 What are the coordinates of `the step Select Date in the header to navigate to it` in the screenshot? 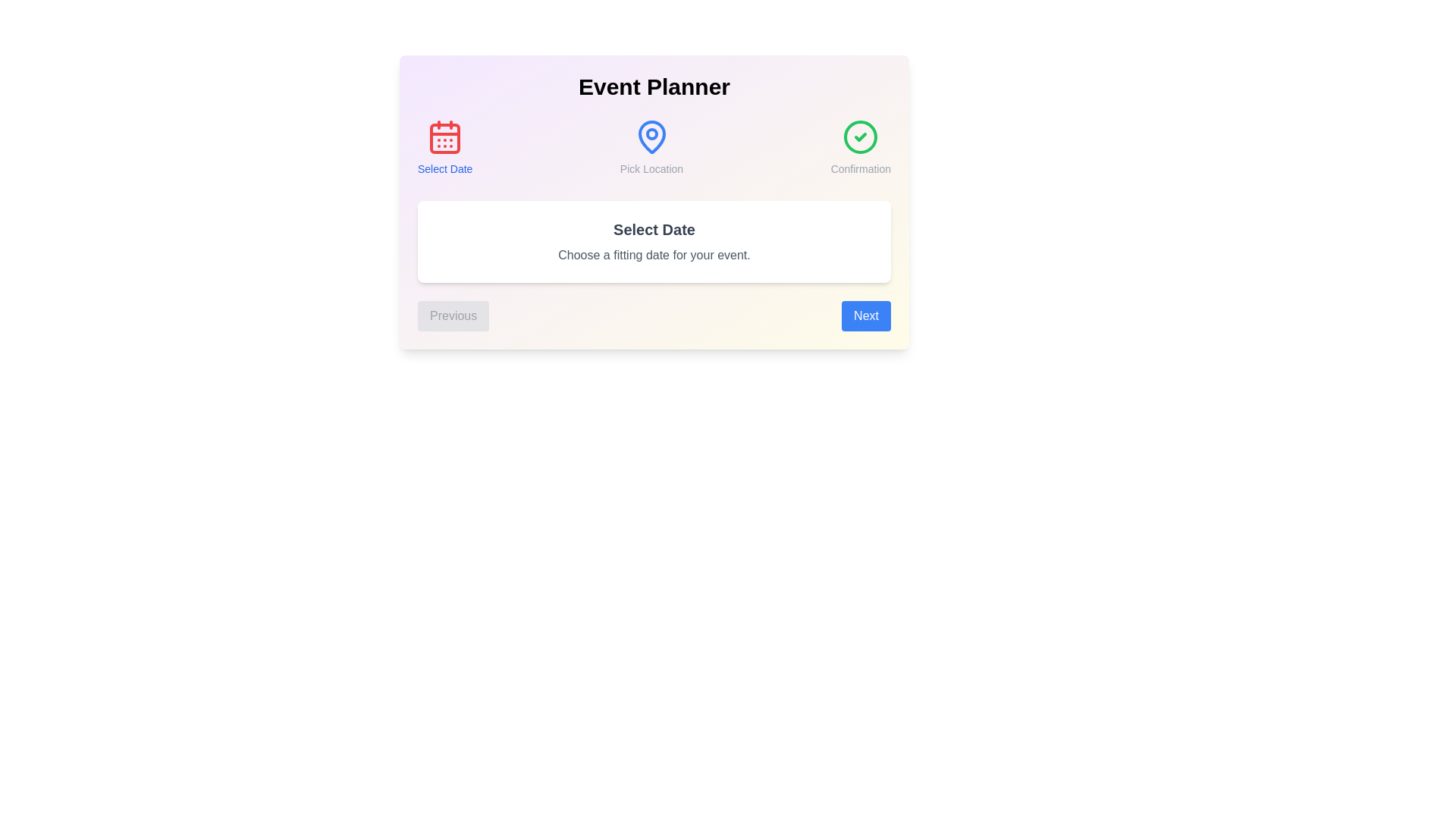 It's located at (444, 148).